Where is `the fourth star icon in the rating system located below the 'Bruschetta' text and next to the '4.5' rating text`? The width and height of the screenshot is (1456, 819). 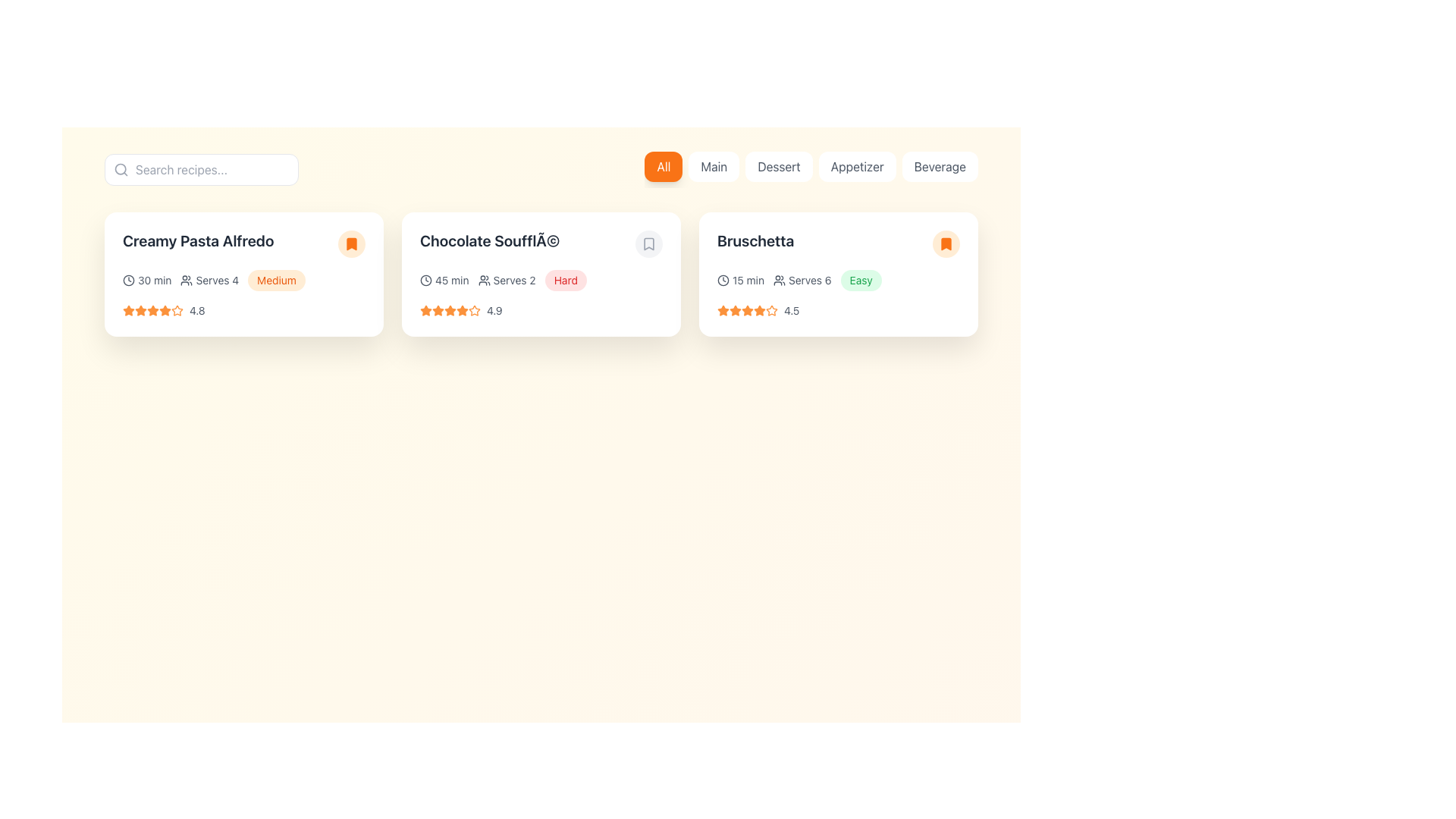
the fourth star icon in the rating system located below the 'Bruschetta' text and next to the '4.5' rating text is located at coordinates (747, 309).